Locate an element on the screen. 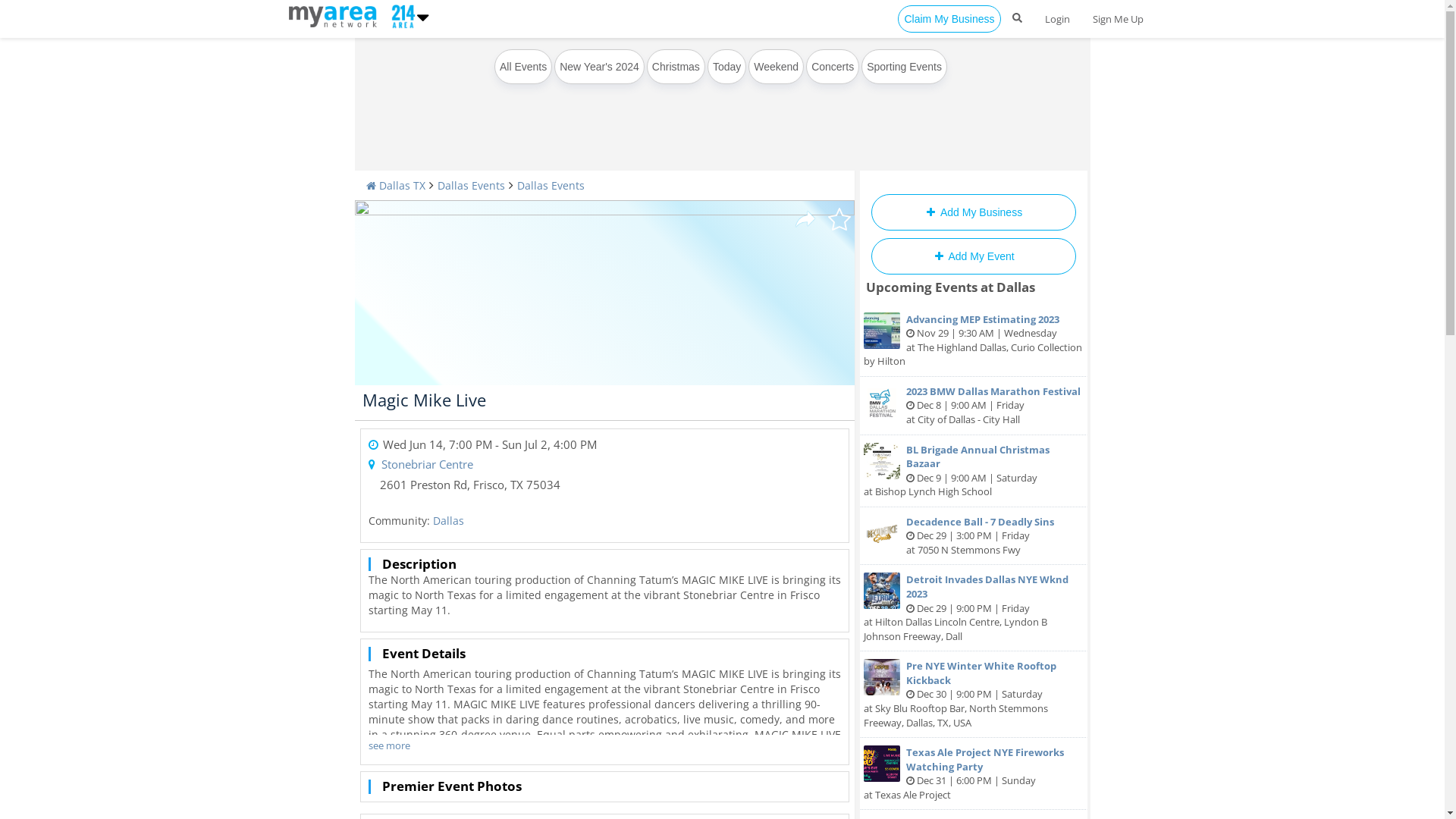 Image resolution: width=1456 pixels, height=819 pixels. 'Upcoming Events at Dallas' is located at coordinates (949, 287).